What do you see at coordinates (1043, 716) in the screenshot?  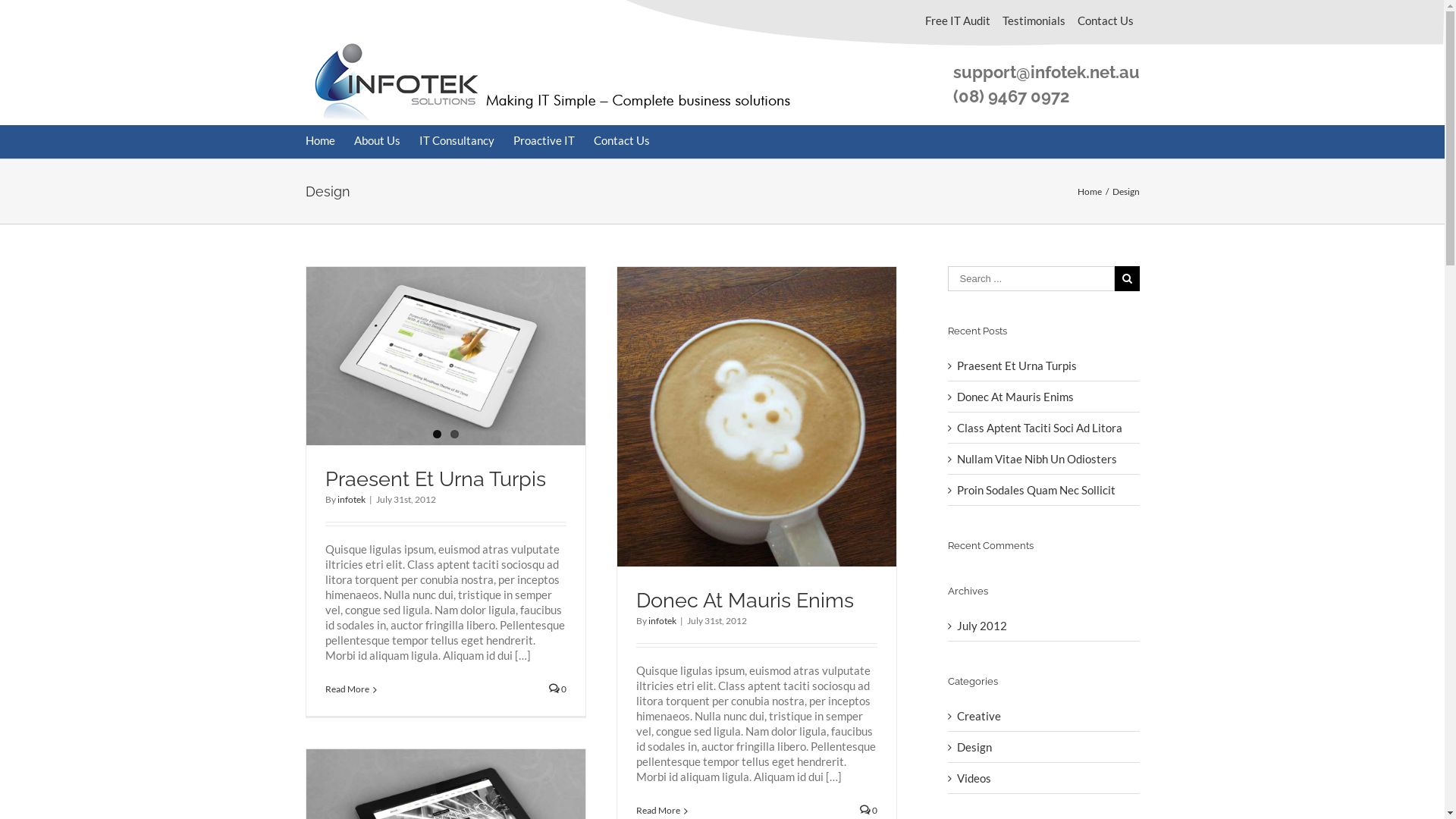 I see `'Creative'` at bounding box center [1043, 716].